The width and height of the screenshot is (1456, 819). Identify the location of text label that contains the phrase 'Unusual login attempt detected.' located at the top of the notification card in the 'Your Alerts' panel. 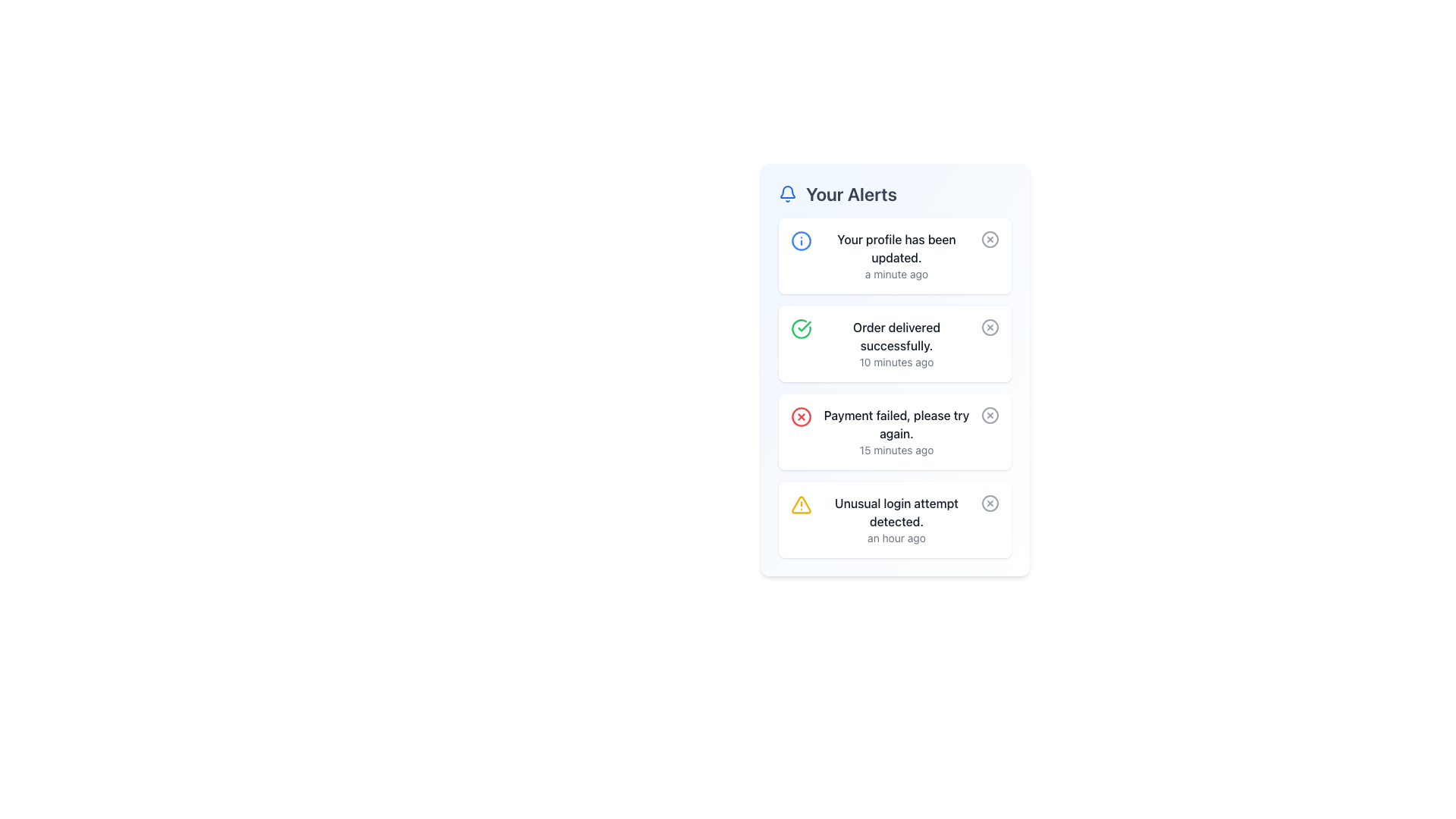
(896, 512).